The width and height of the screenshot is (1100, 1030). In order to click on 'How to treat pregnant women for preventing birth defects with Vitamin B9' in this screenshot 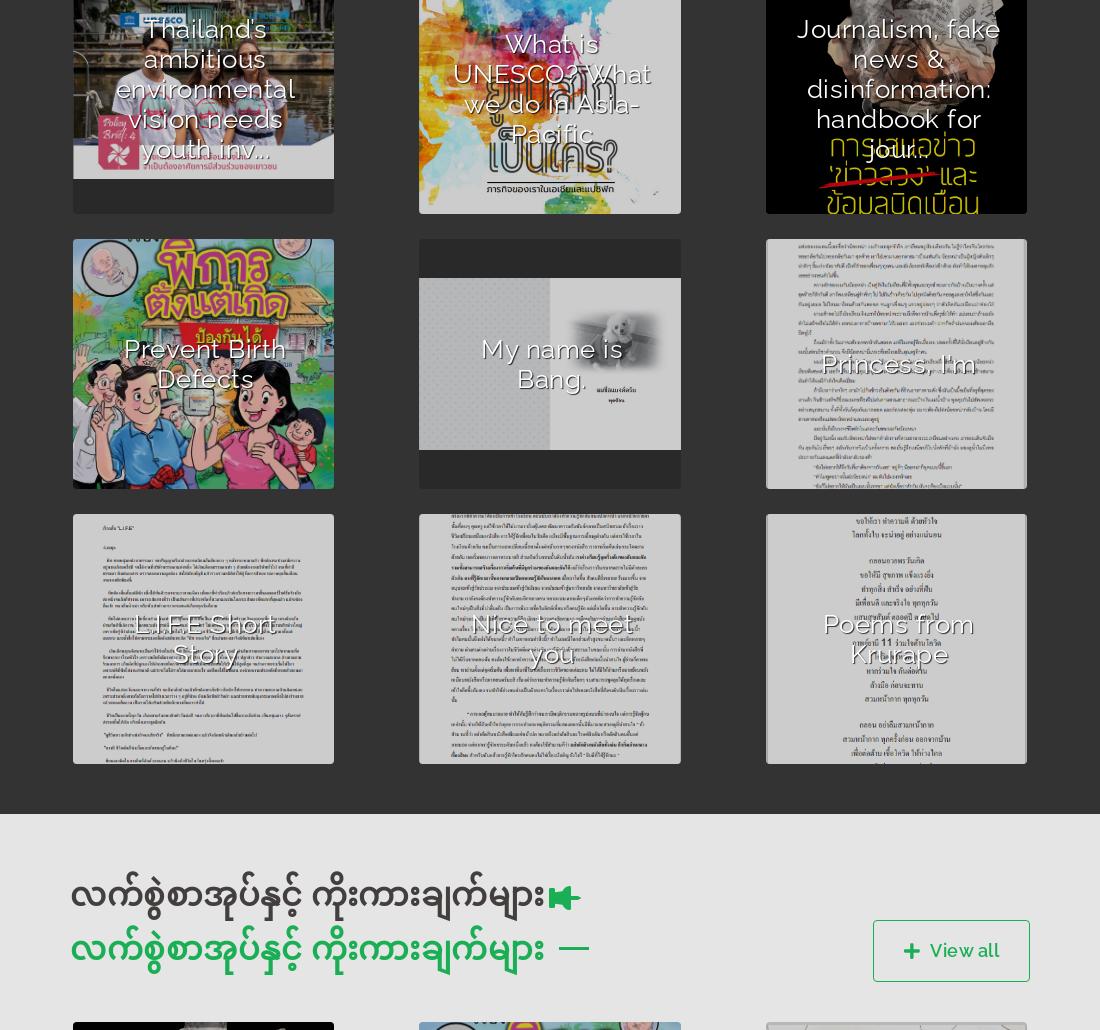, I will do `click(100, 399)`.